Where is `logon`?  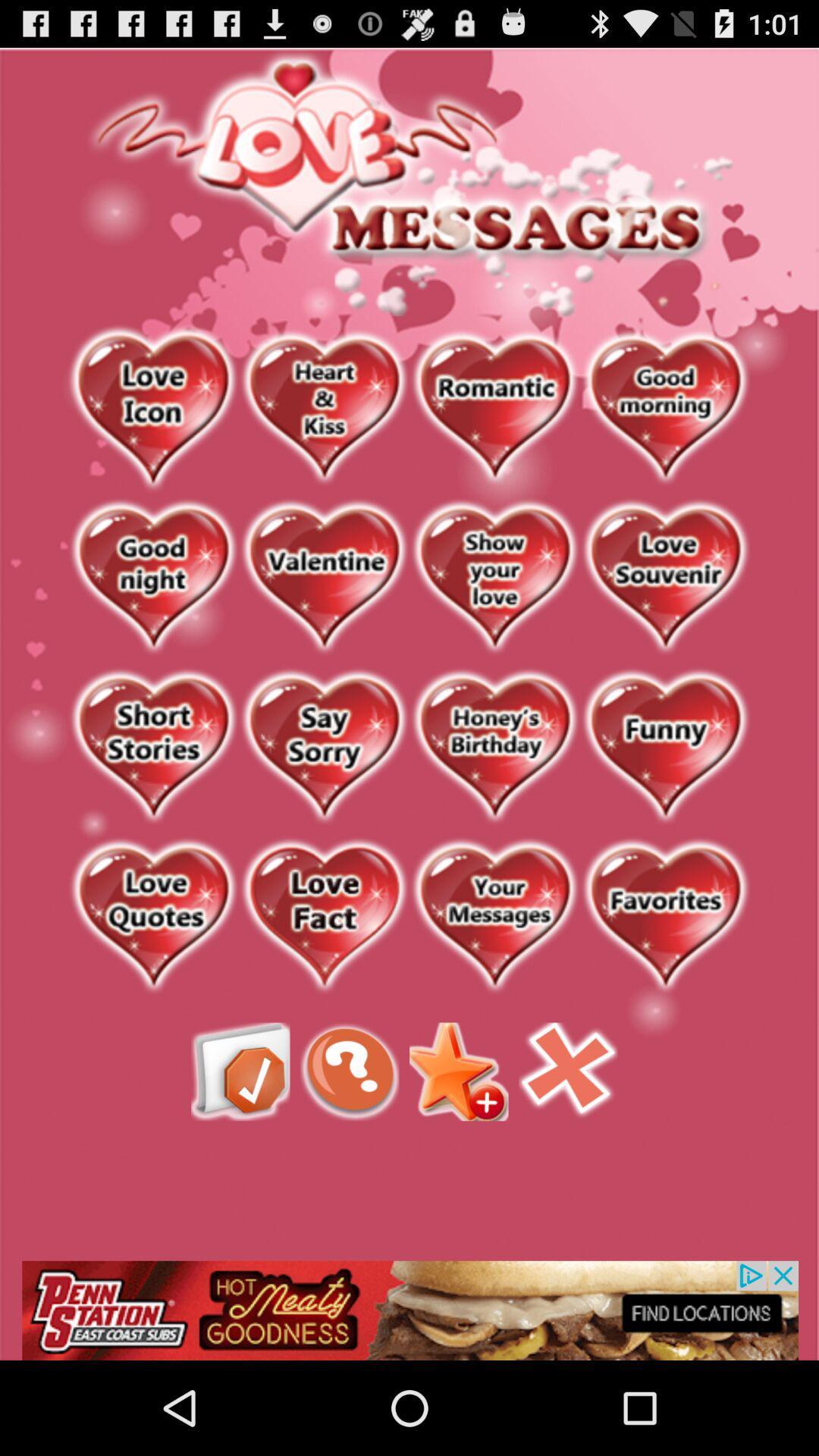
logon is located at coordinates (664, 577).